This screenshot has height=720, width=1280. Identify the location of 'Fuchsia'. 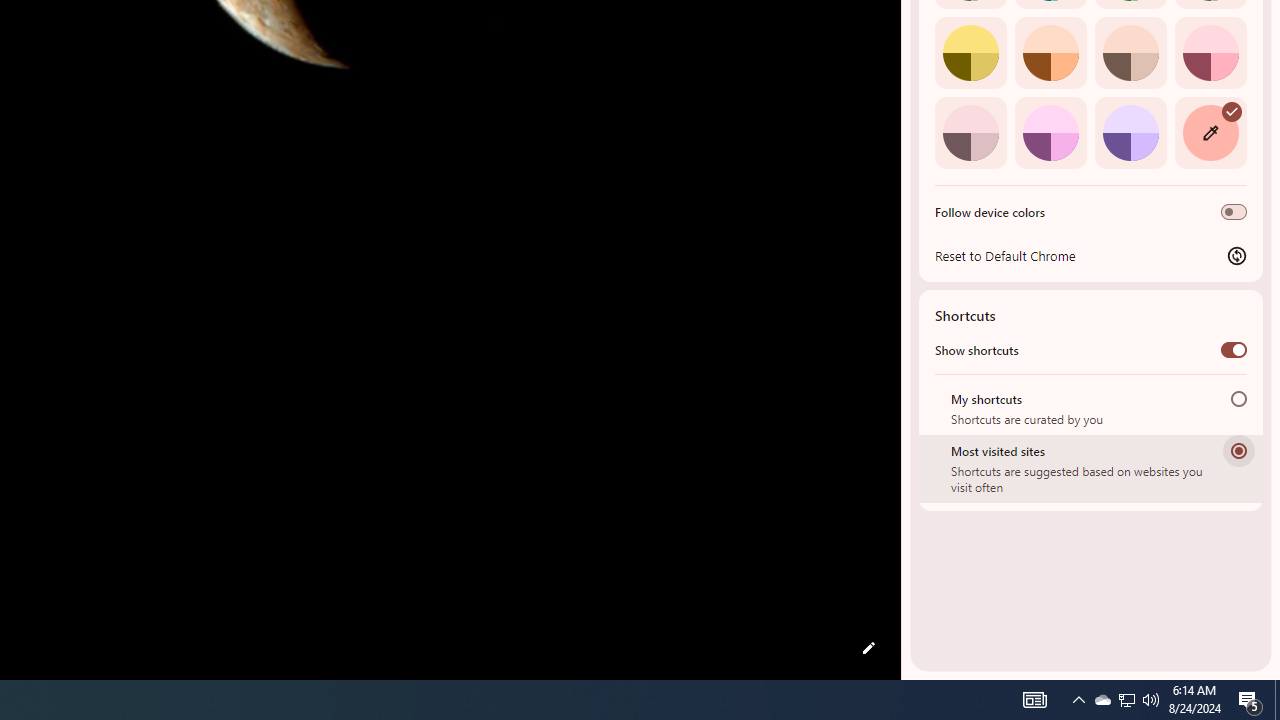
(1049, 132).